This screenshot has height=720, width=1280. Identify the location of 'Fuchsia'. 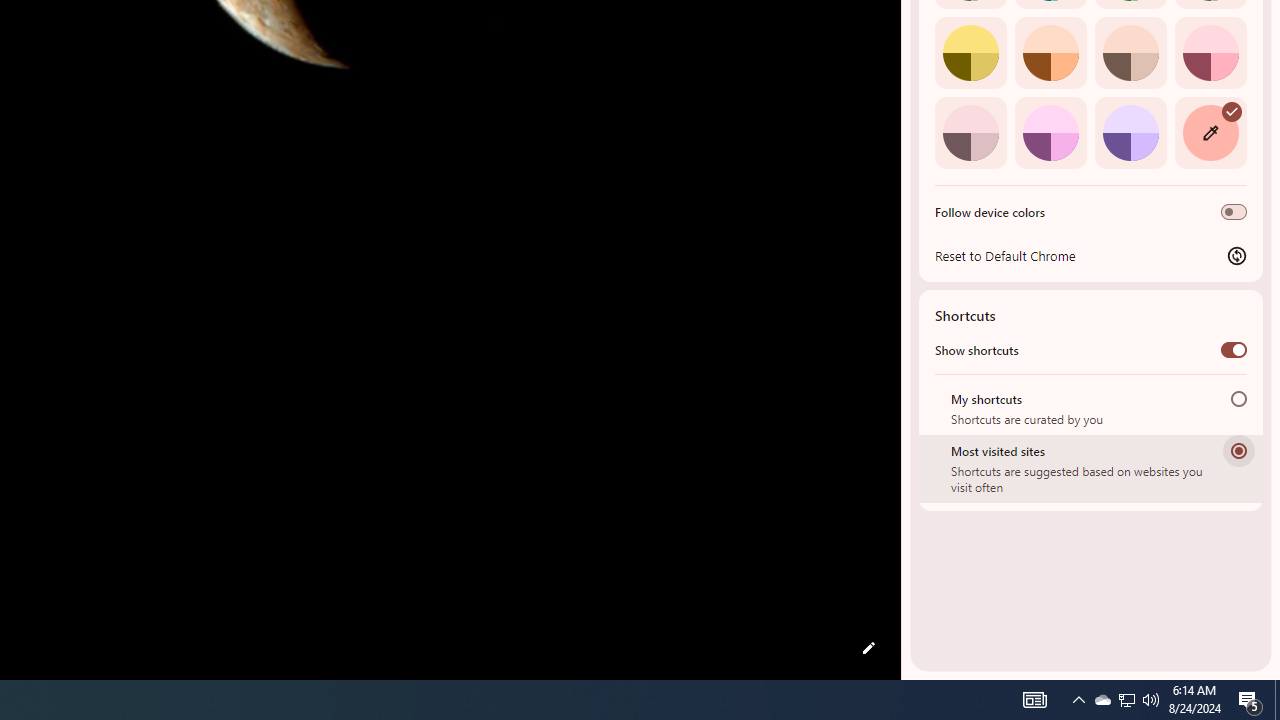
(1049, 132).